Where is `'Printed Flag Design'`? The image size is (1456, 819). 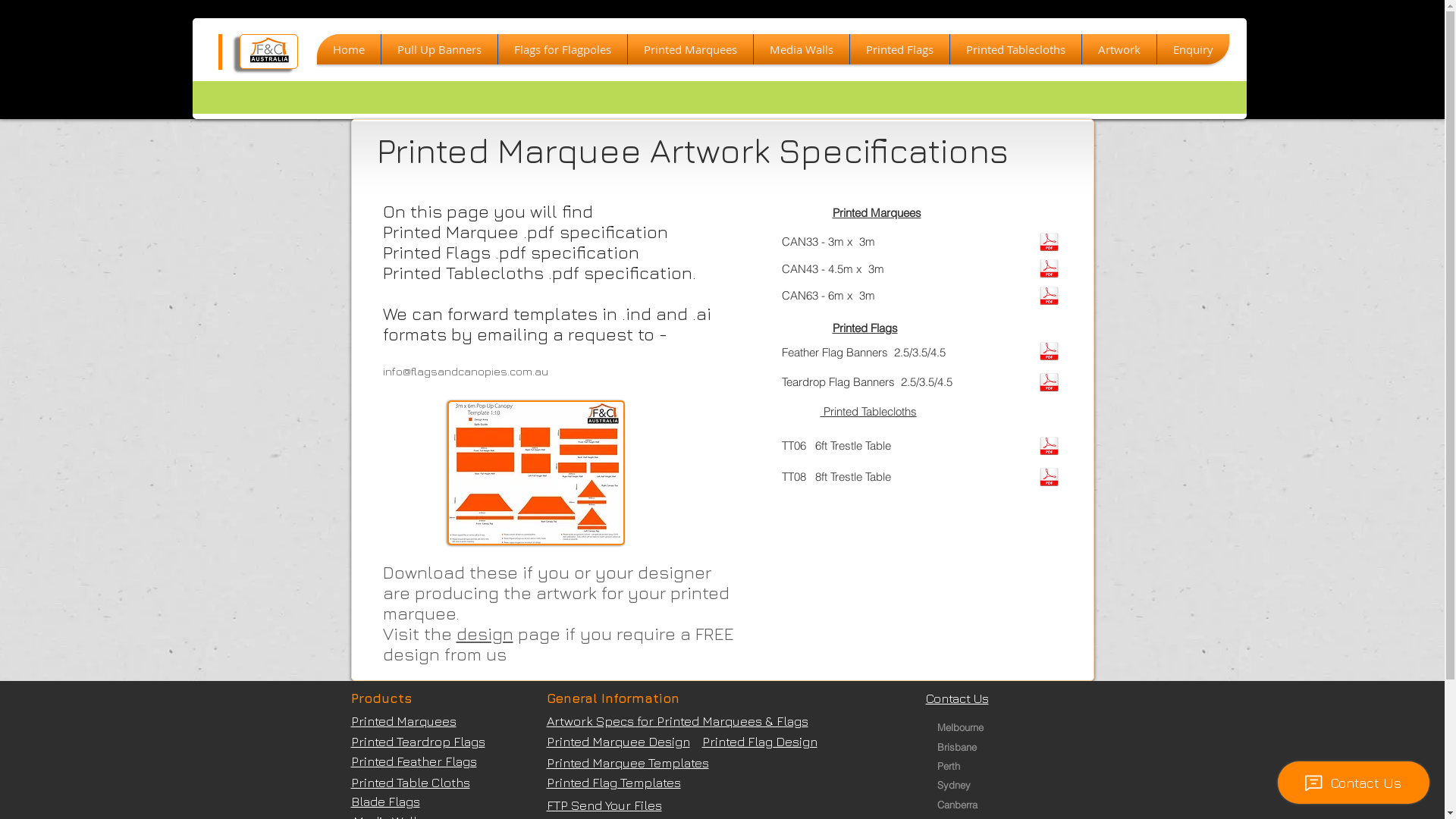 'Printed Flag Design' is located at coordinates (760, 741).